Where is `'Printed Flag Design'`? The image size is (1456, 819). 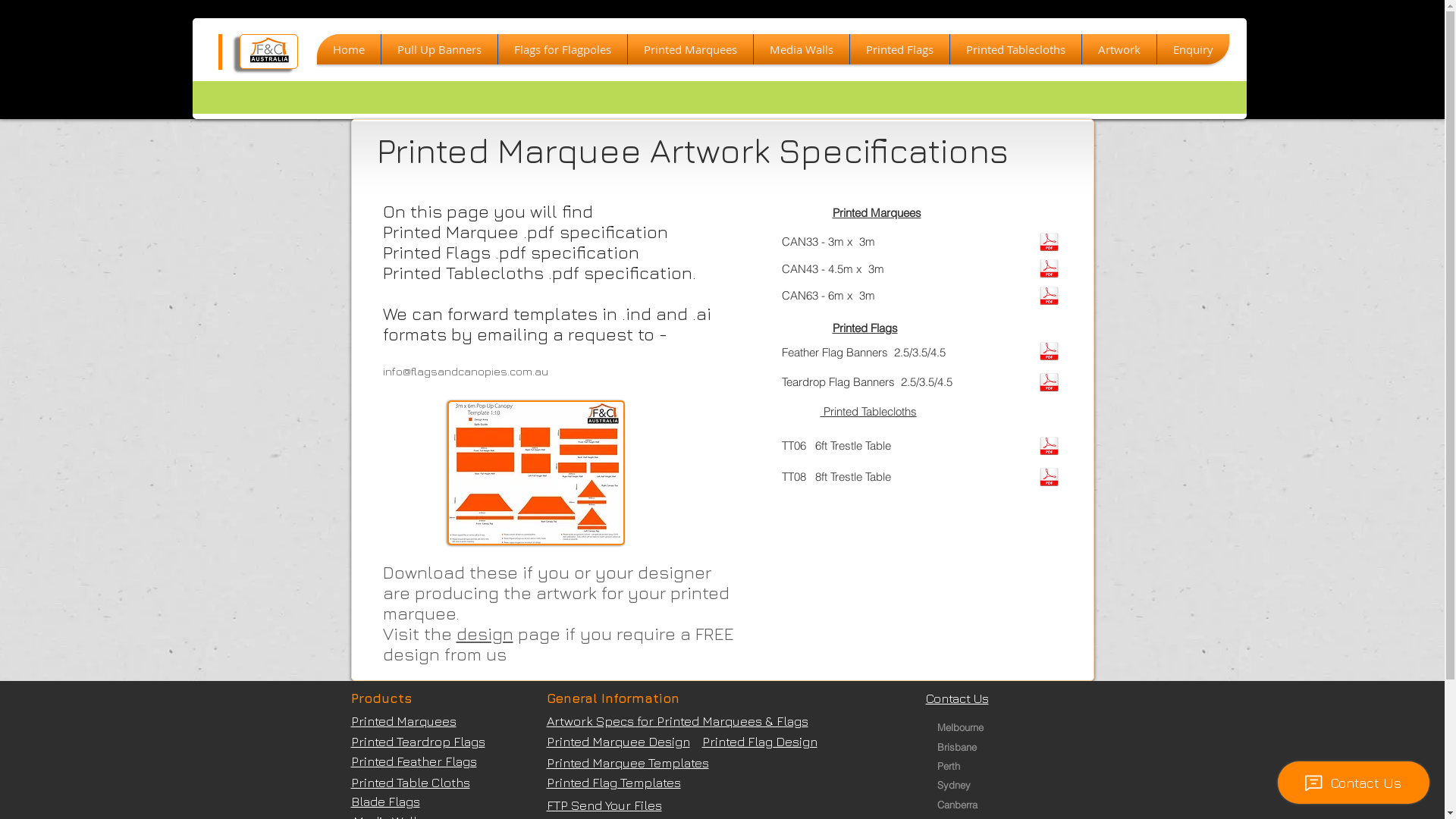 'Printed Flag Design' is located at coordinates (760, 741).